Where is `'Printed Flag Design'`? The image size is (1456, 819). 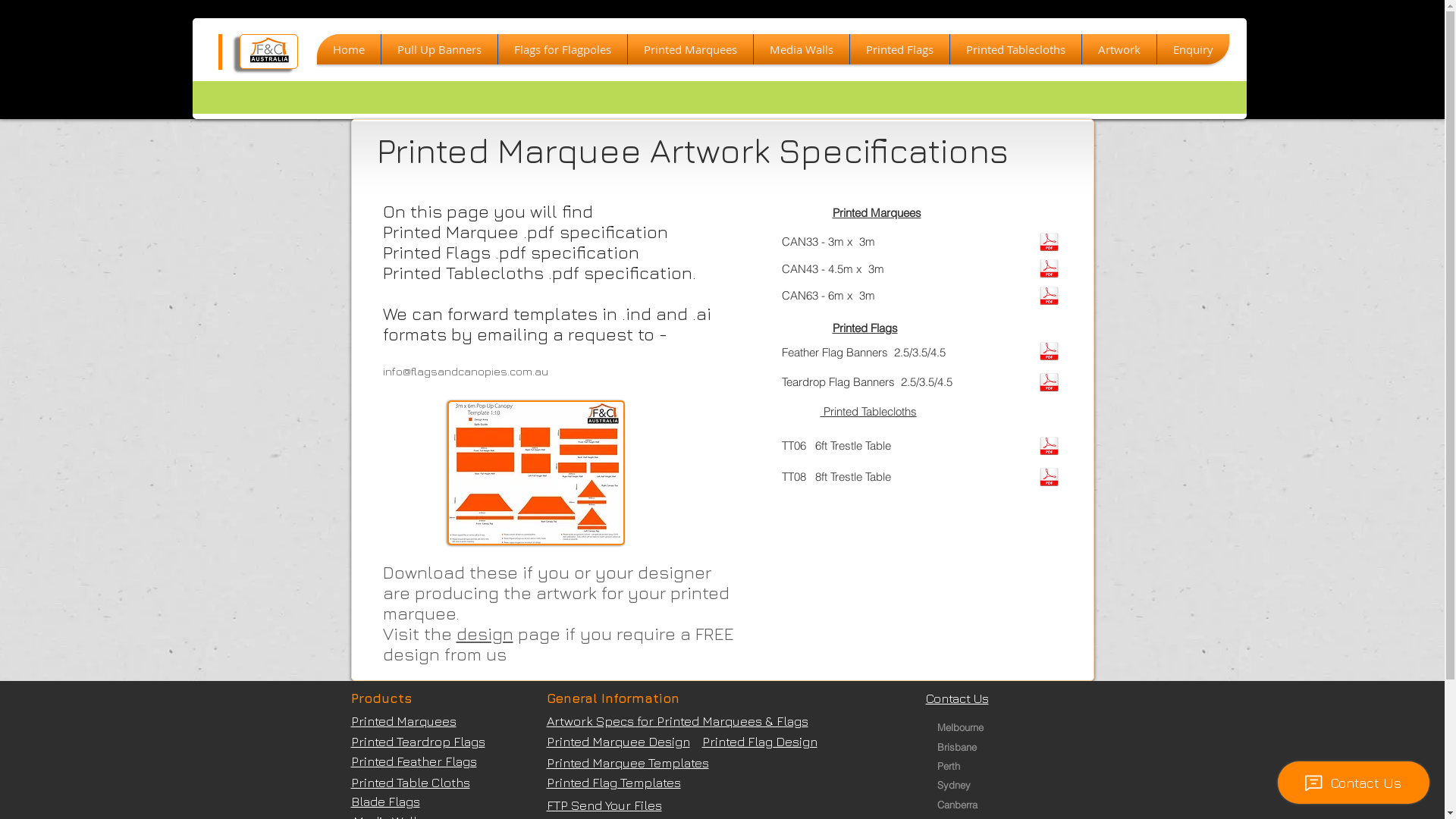 'Printed Flag Design' is located at coordinates (760, 741).